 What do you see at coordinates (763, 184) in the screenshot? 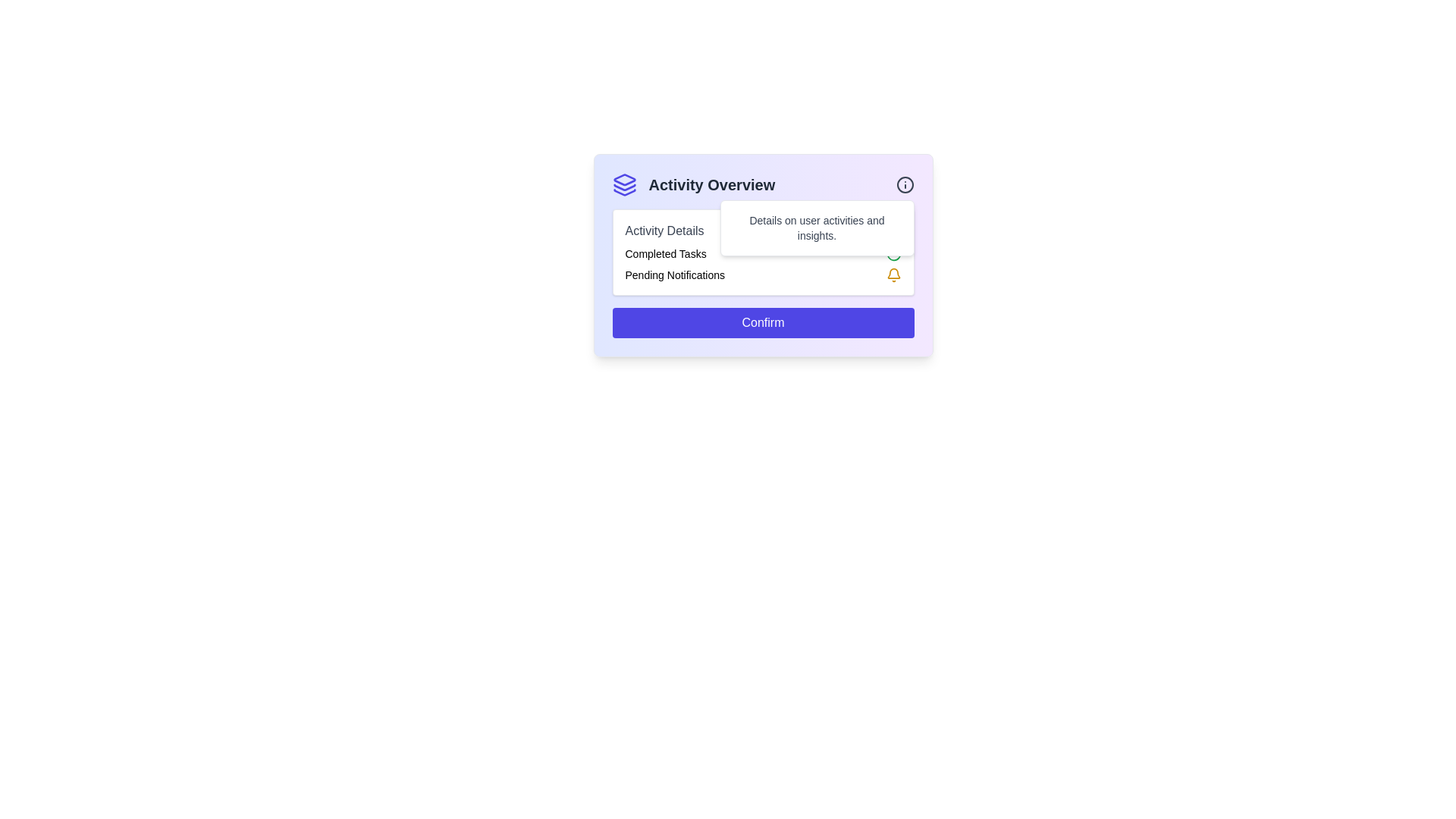
I see `displayed information from the 'Activity Overview' header section, which includes a bold heading and an informative text accompanied by a purple stacked layers icon` at bounding box center [763, 184].